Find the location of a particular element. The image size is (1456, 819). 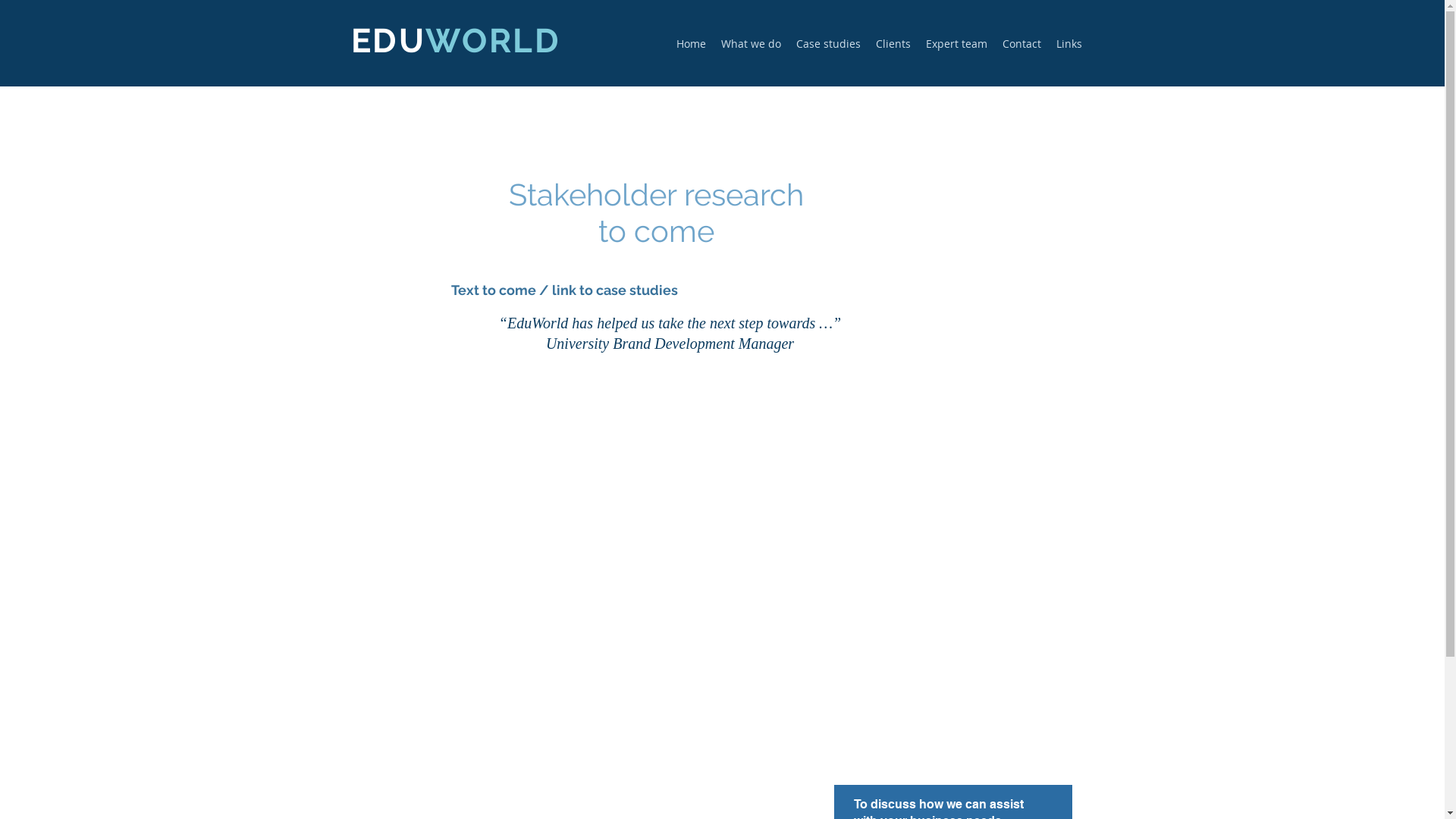

'EDUWORLD' is located at coordinates (454, 39).